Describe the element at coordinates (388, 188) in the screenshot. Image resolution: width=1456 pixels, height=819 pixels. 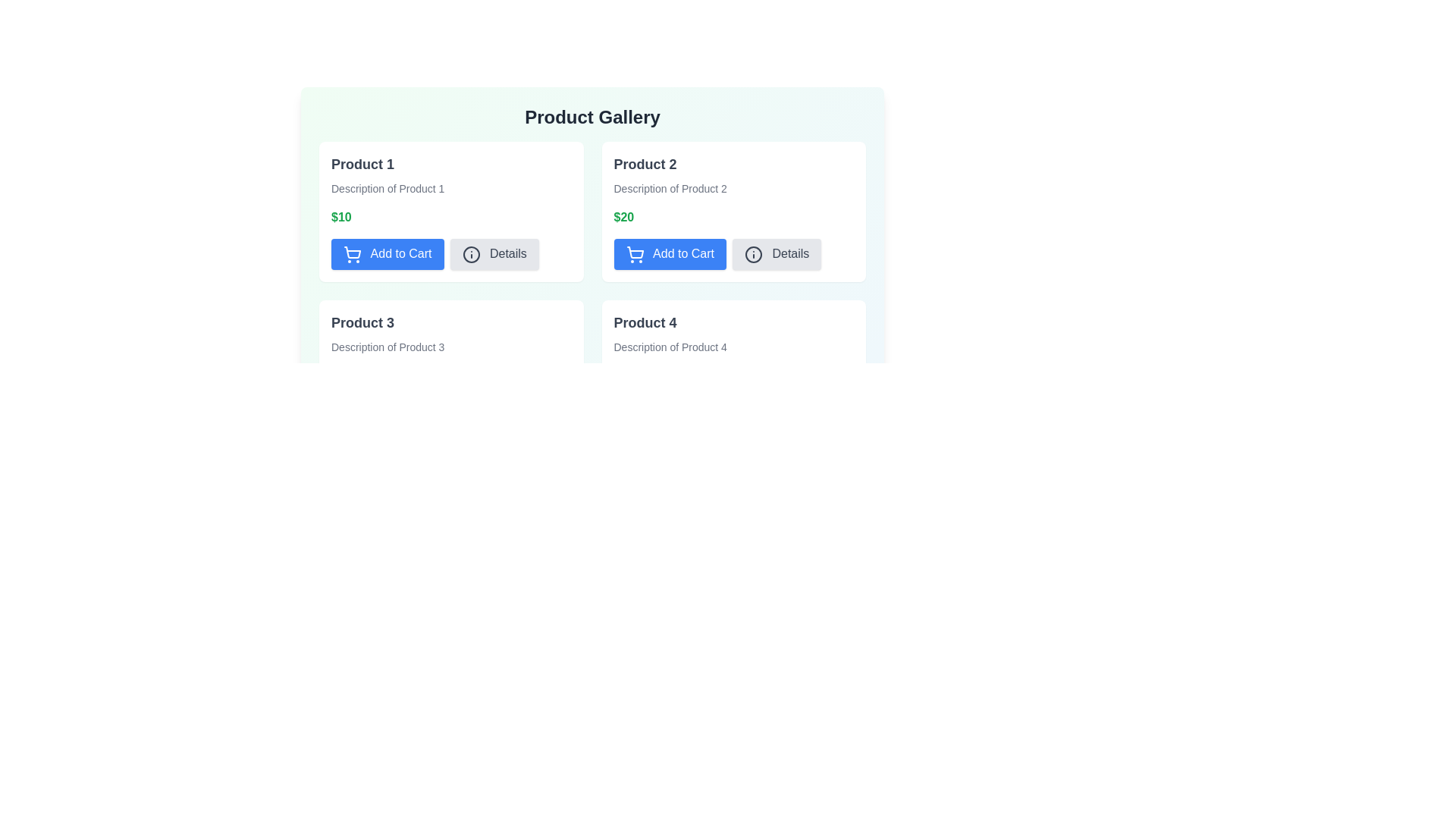
I see `the descriptive text label for 'Product 1' located directly below its title and above the price '$10'` at that location.